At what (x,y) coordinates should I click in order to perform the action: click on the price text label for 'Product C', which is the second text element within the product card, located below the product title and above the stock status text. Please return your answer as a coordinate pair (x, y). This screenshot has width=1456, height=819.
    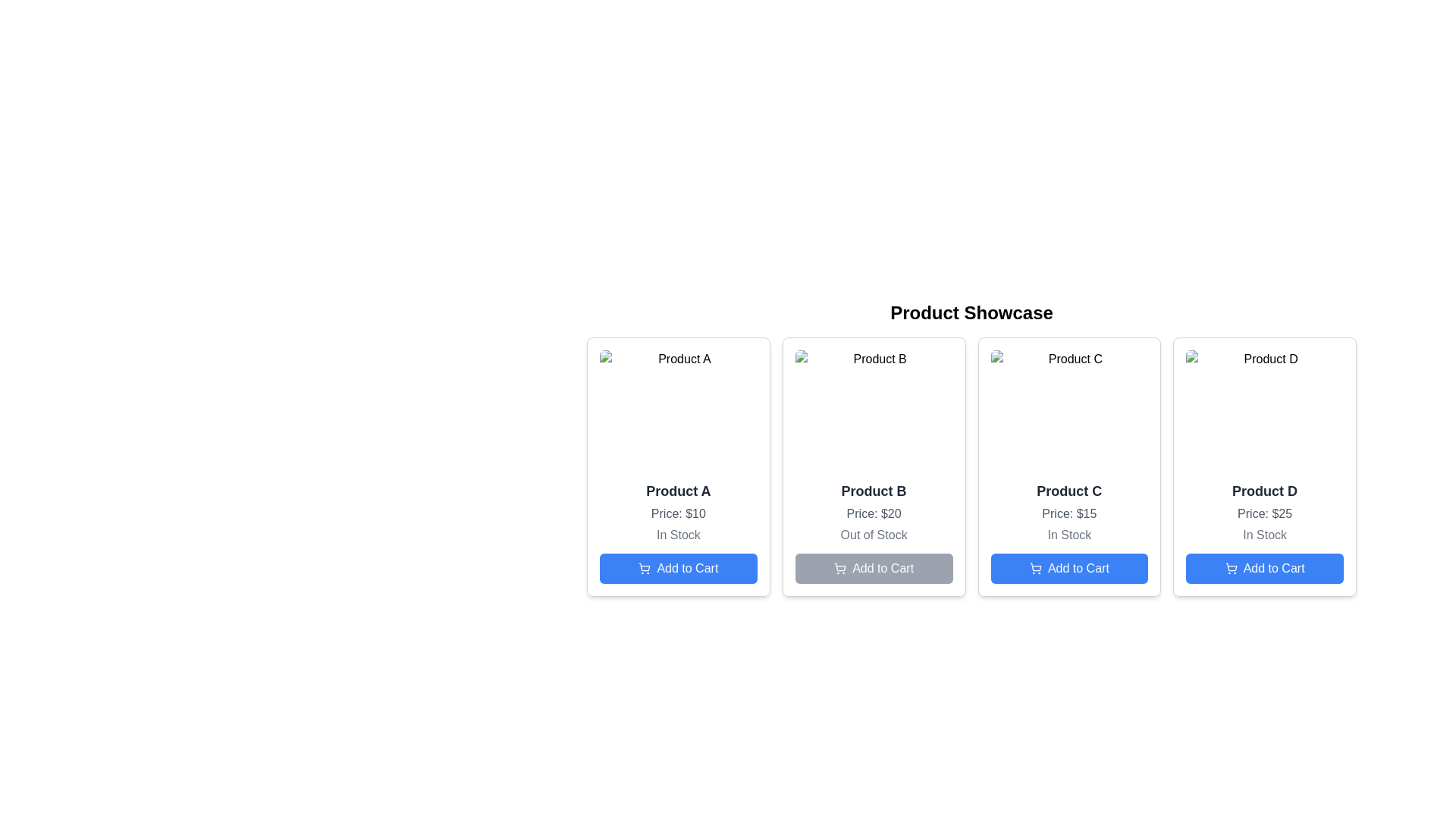
    Looking at the image, I should click on (1068, 513).